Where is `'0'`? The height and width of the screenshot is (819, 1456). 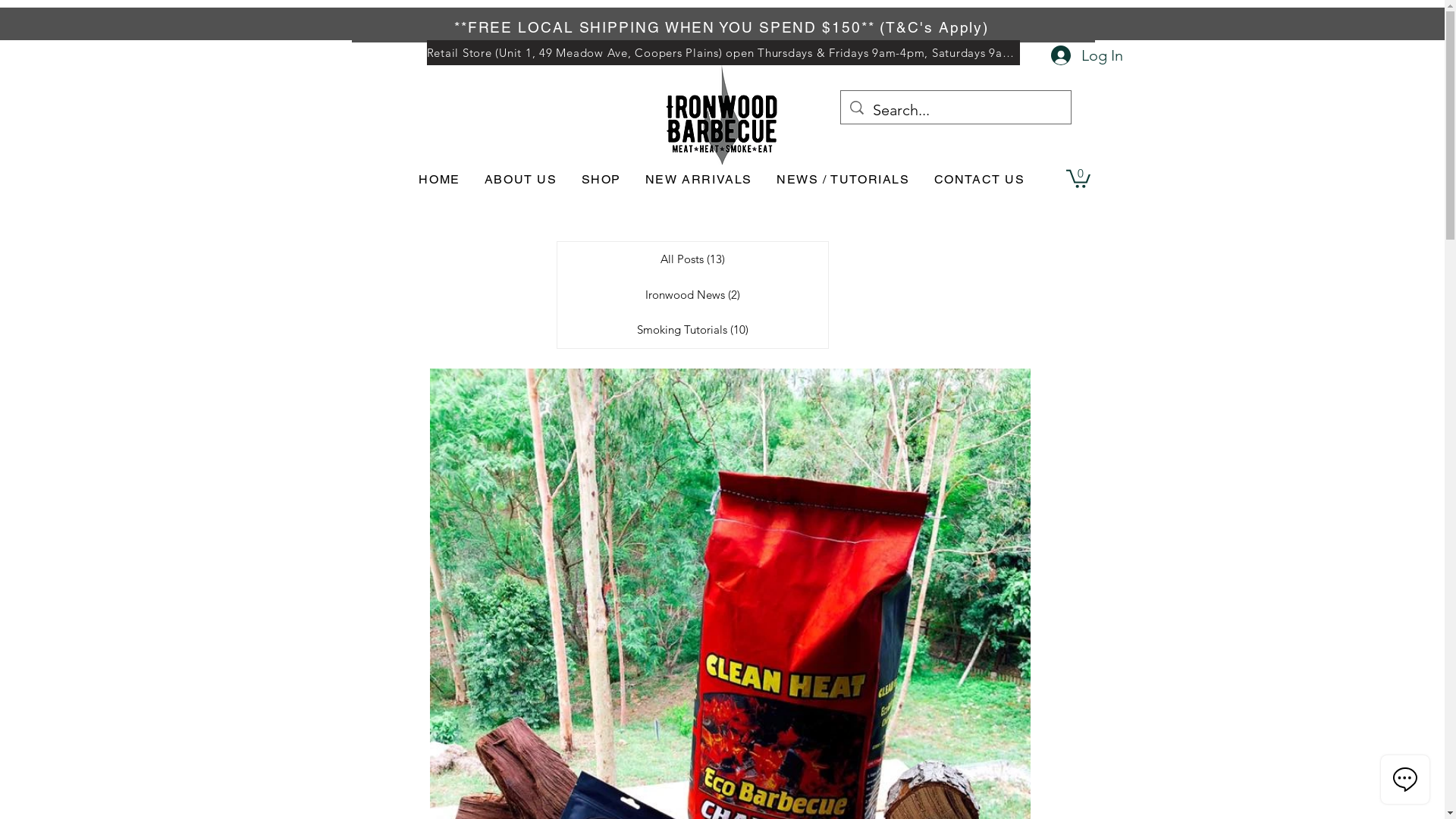
'0' is located at coordinates (1077, 177).